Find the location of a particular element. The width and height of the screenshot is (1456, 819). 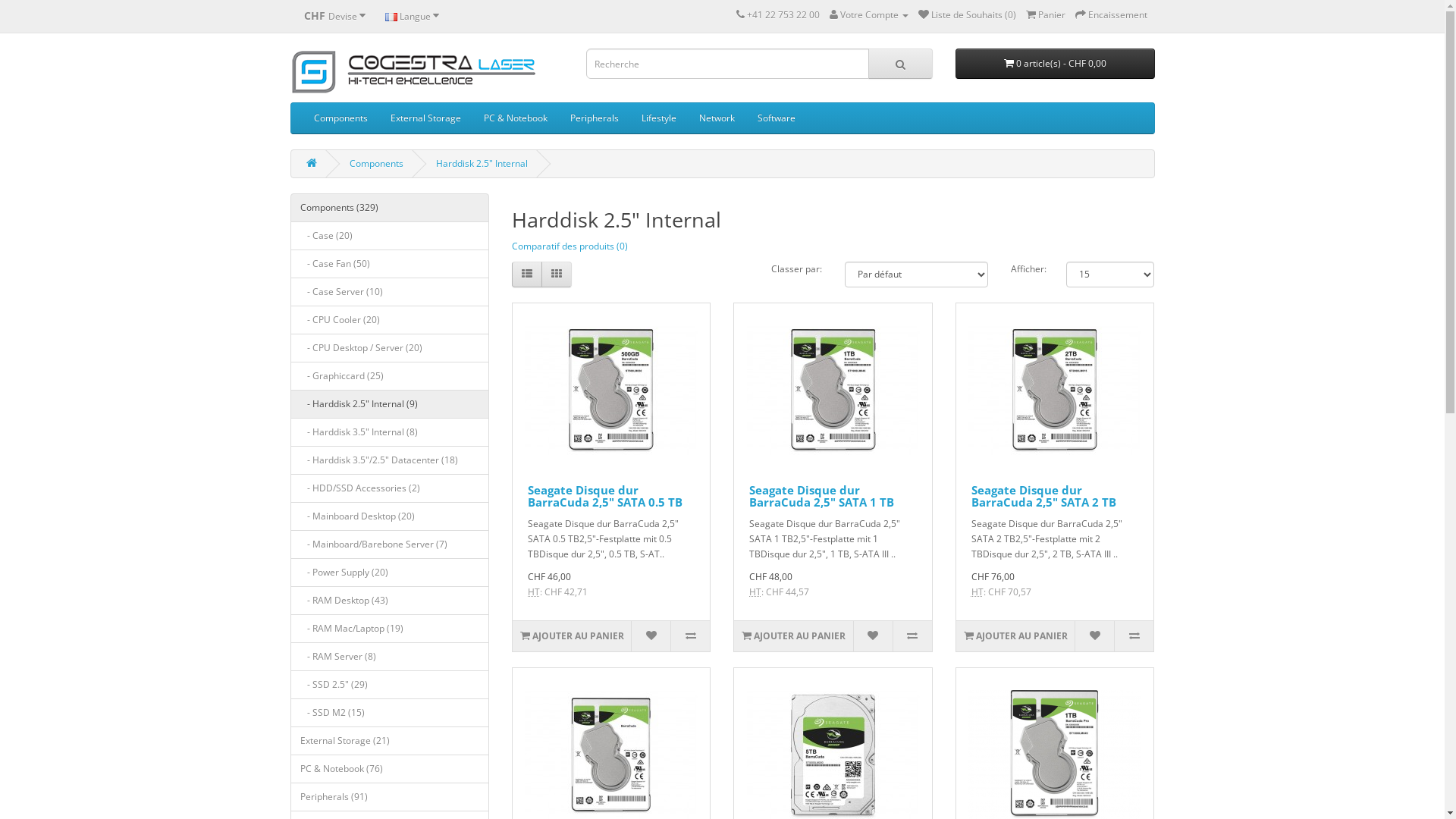

'   - Case Server (10)' is located at coordinates (389, 292).